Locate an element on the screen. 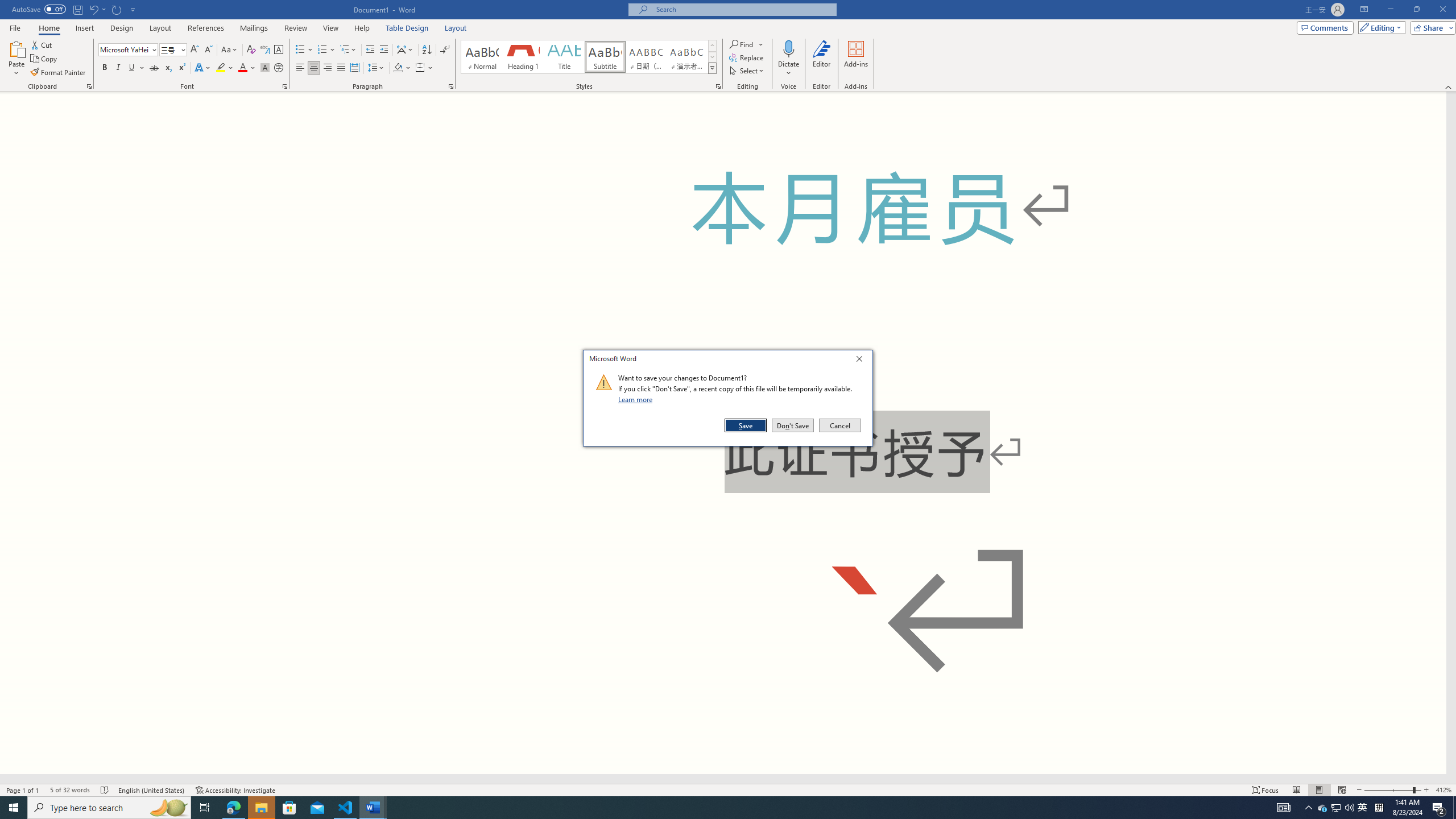 This screenshot has width=1456, height=819. 'Microsoft Edge - 1 running window' is located at coordinates (233, 806).